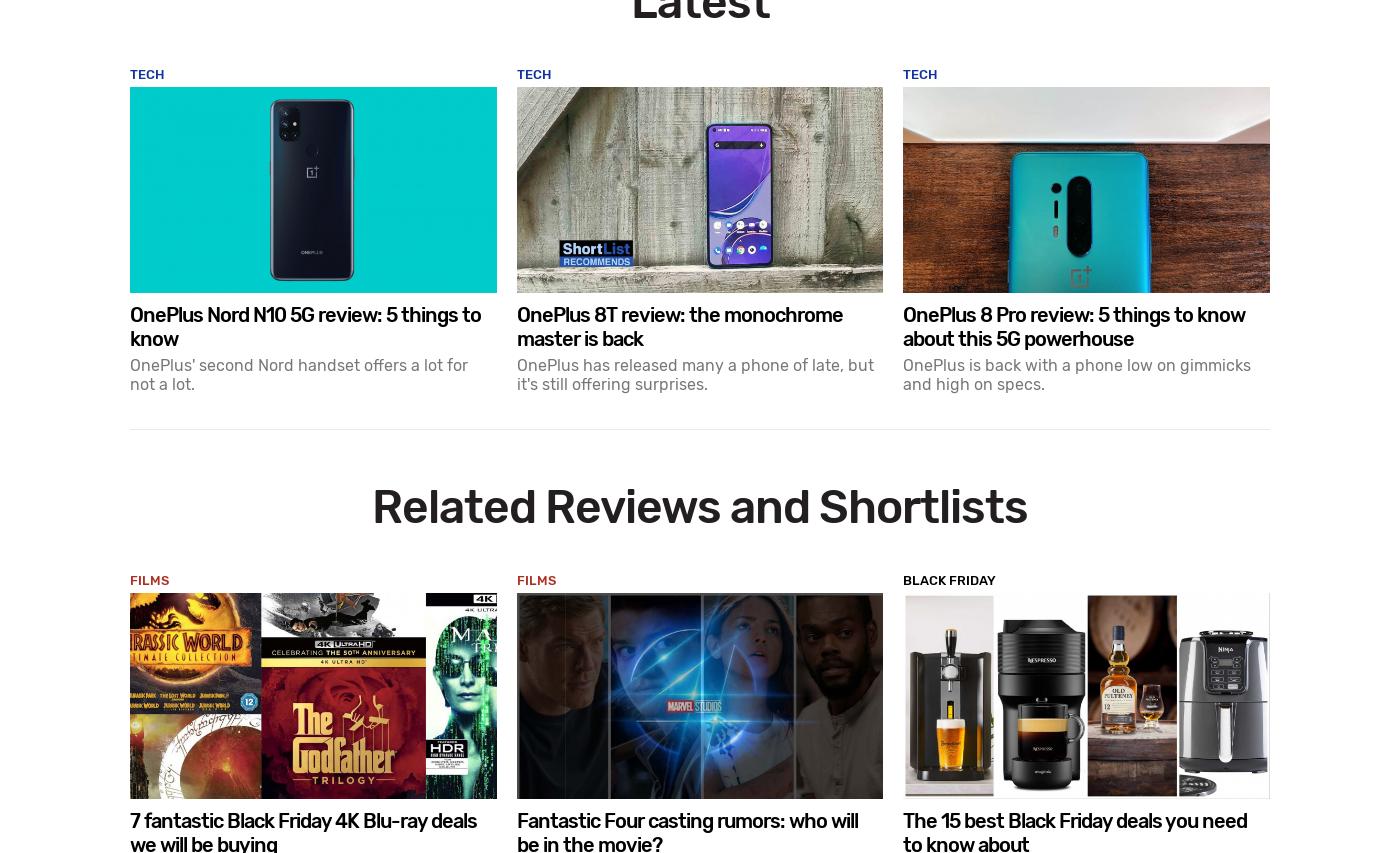 This screenshot has width=1400, height=853. I want to click on 'OnePlus 8 Pro review: 5 things to know about this 5G powerhouse', so click(903, 327).